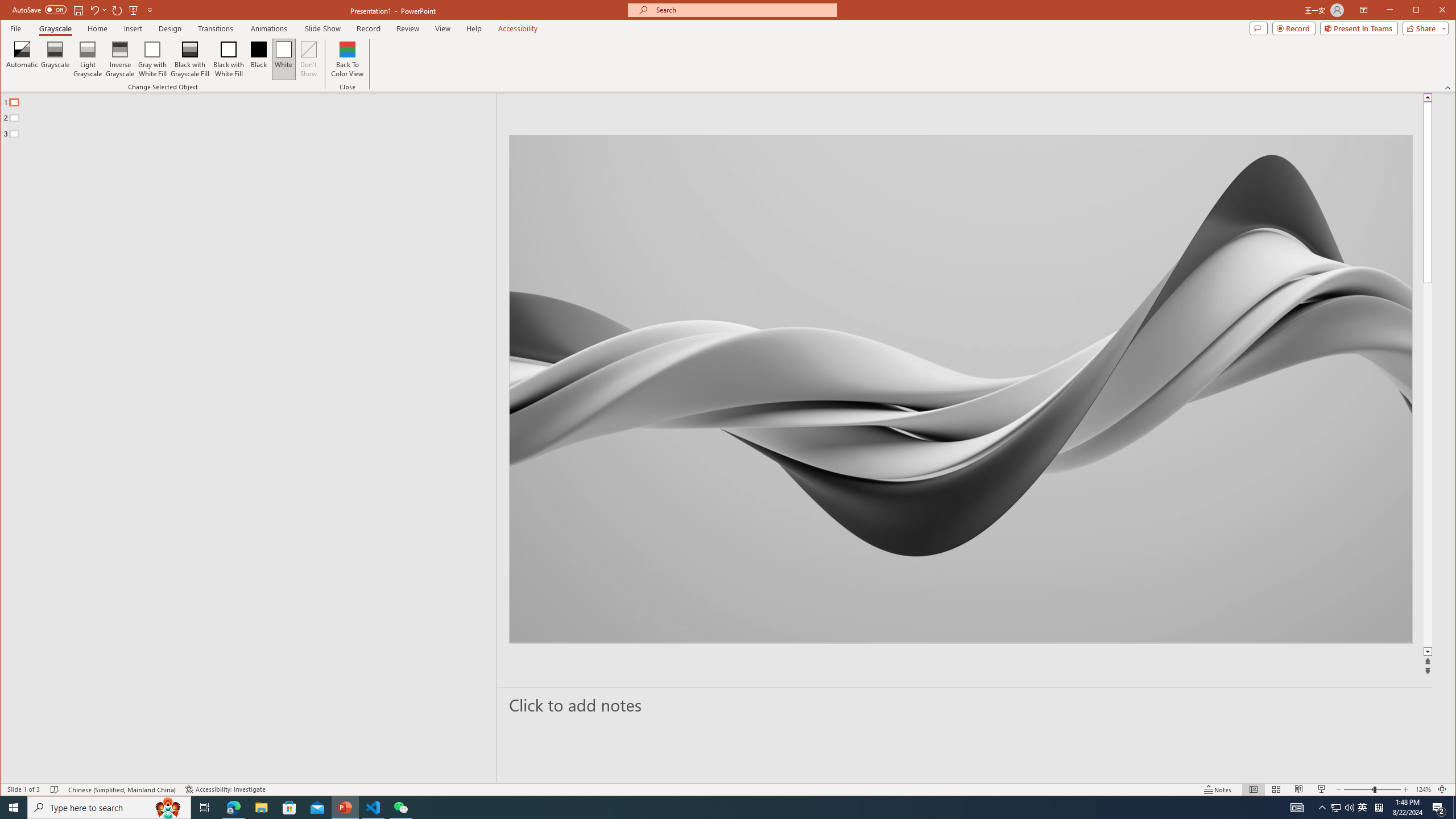 The width and height of the screenshot is (1456, 819). What do you see at coordinates (167, 806) in the screenshot?
I see `'Search highlights icon opens search home window'` at bounding box center [167, 806].